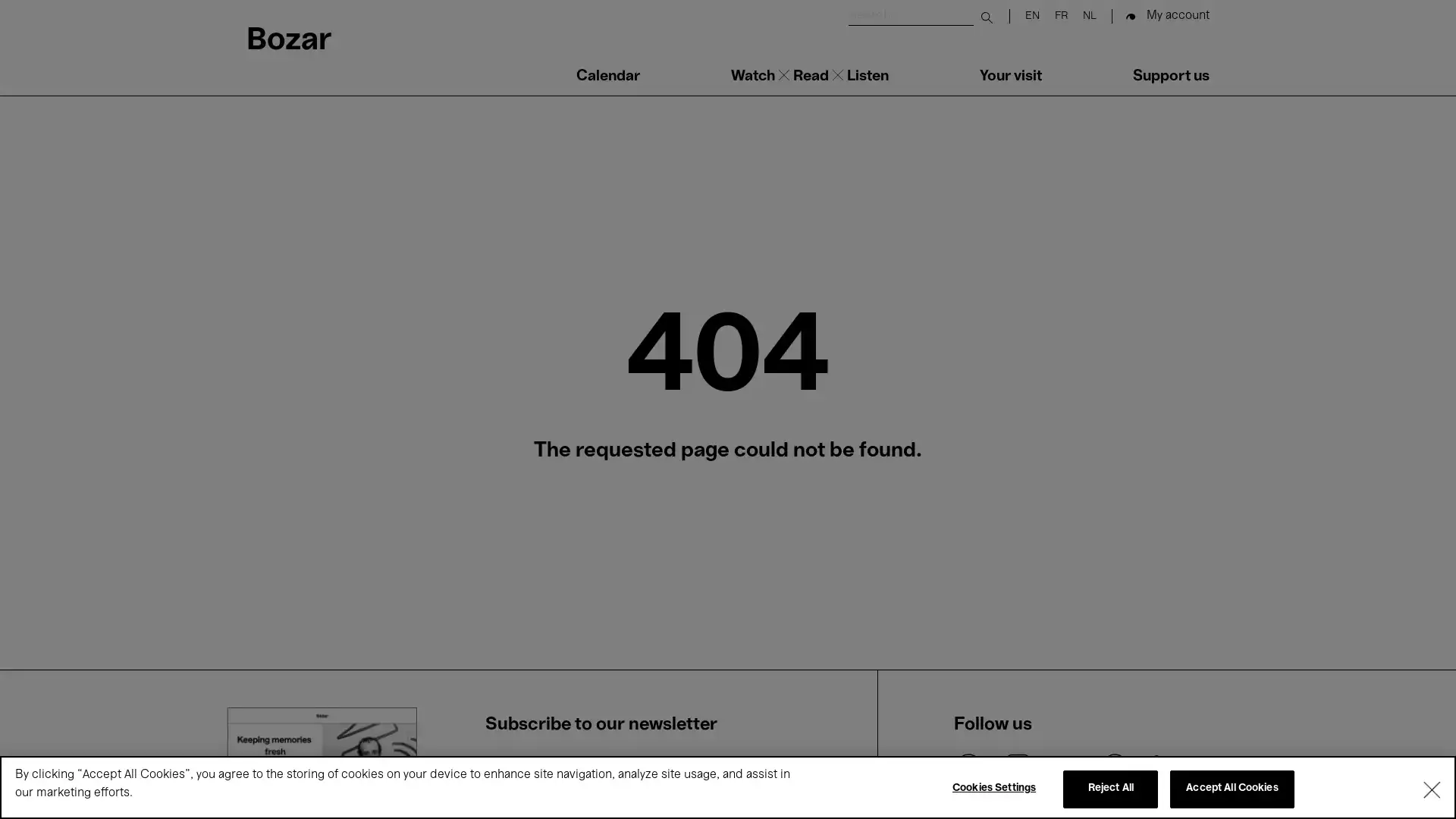 The width and height of the screenshot is (1456, 819). I want to click on Submit search, so click(987, 17).